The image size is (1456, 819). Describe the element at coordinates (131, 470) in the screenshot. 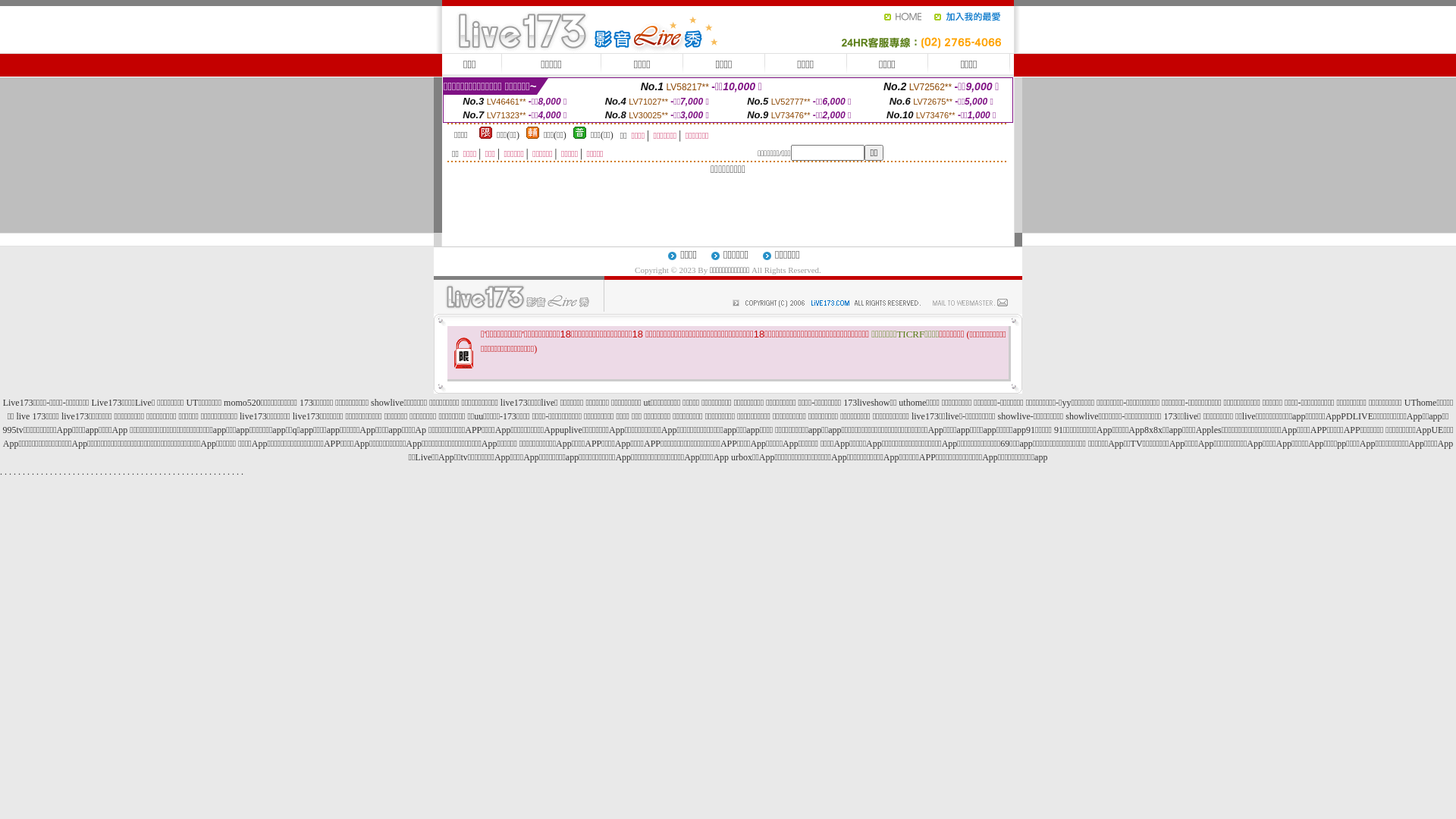

I see `'.'` at that location.